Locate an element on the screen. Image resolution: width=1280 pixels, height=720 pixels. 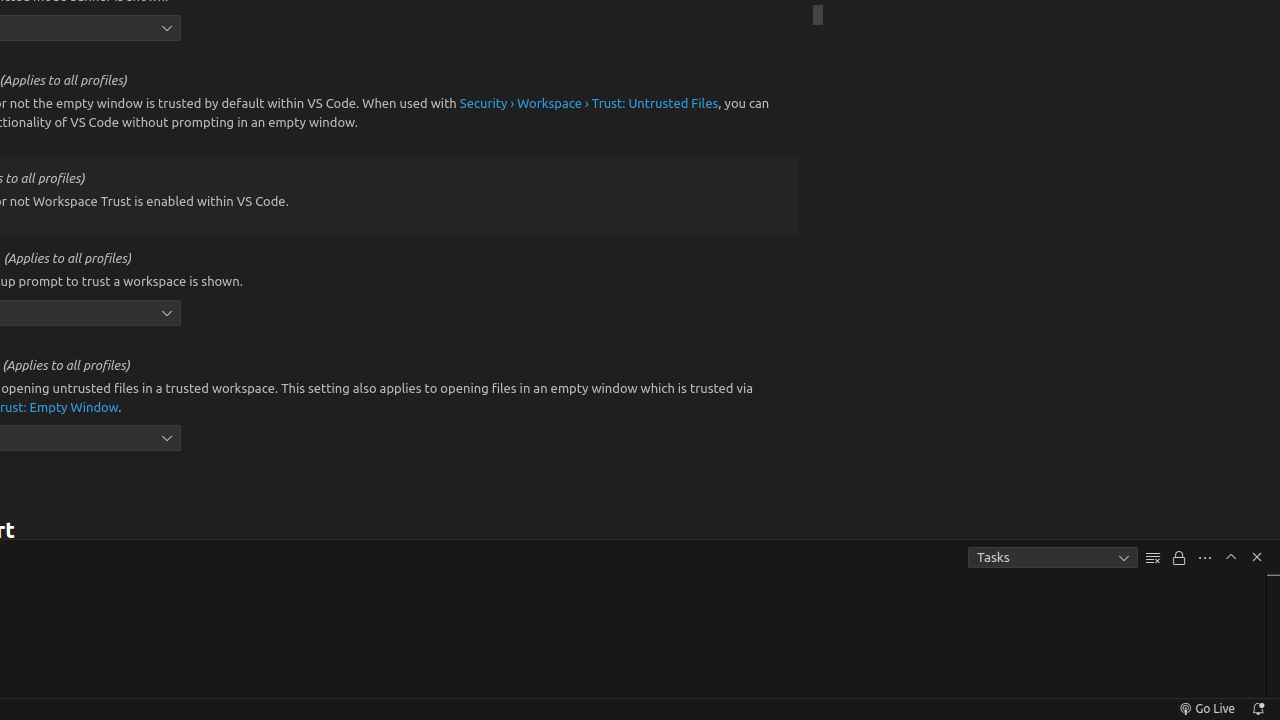
'Views and More Actions...' is located at coordinates (1203, 557).